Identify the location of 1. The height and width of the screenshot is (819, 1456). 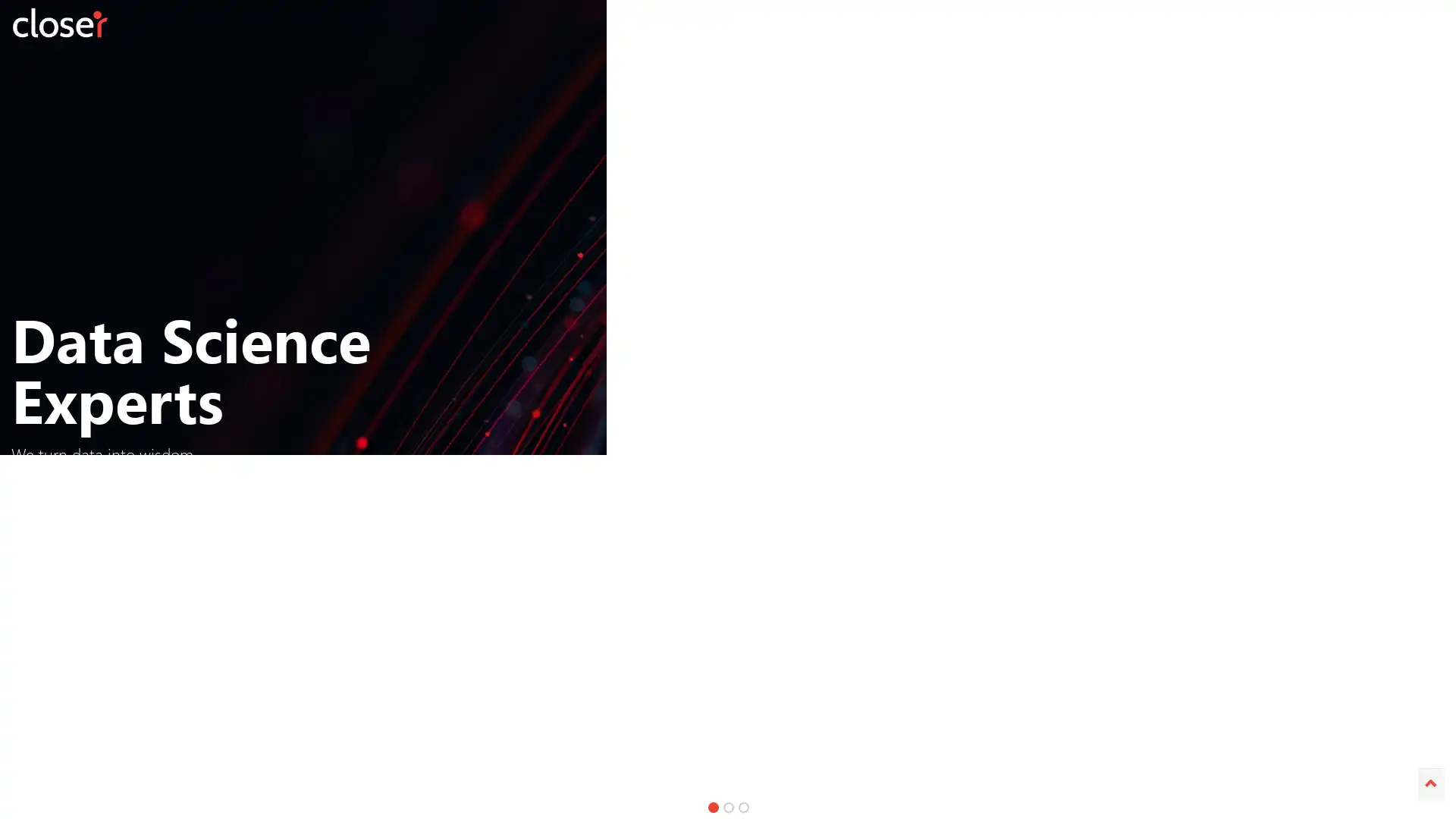
(712, 806).